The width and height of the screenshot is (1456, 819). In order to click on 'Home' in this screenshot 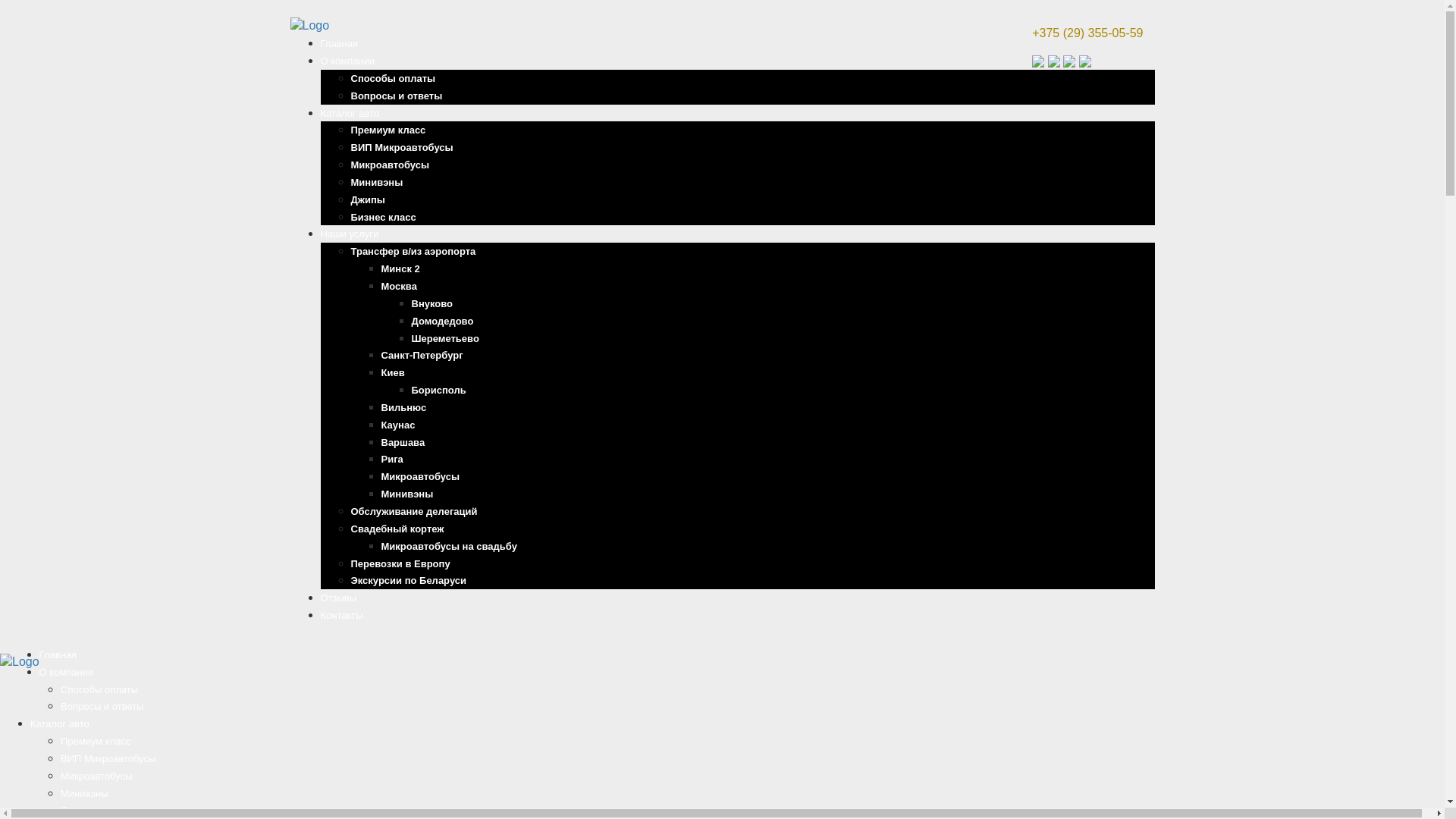, I will do `click(19, 661)`.